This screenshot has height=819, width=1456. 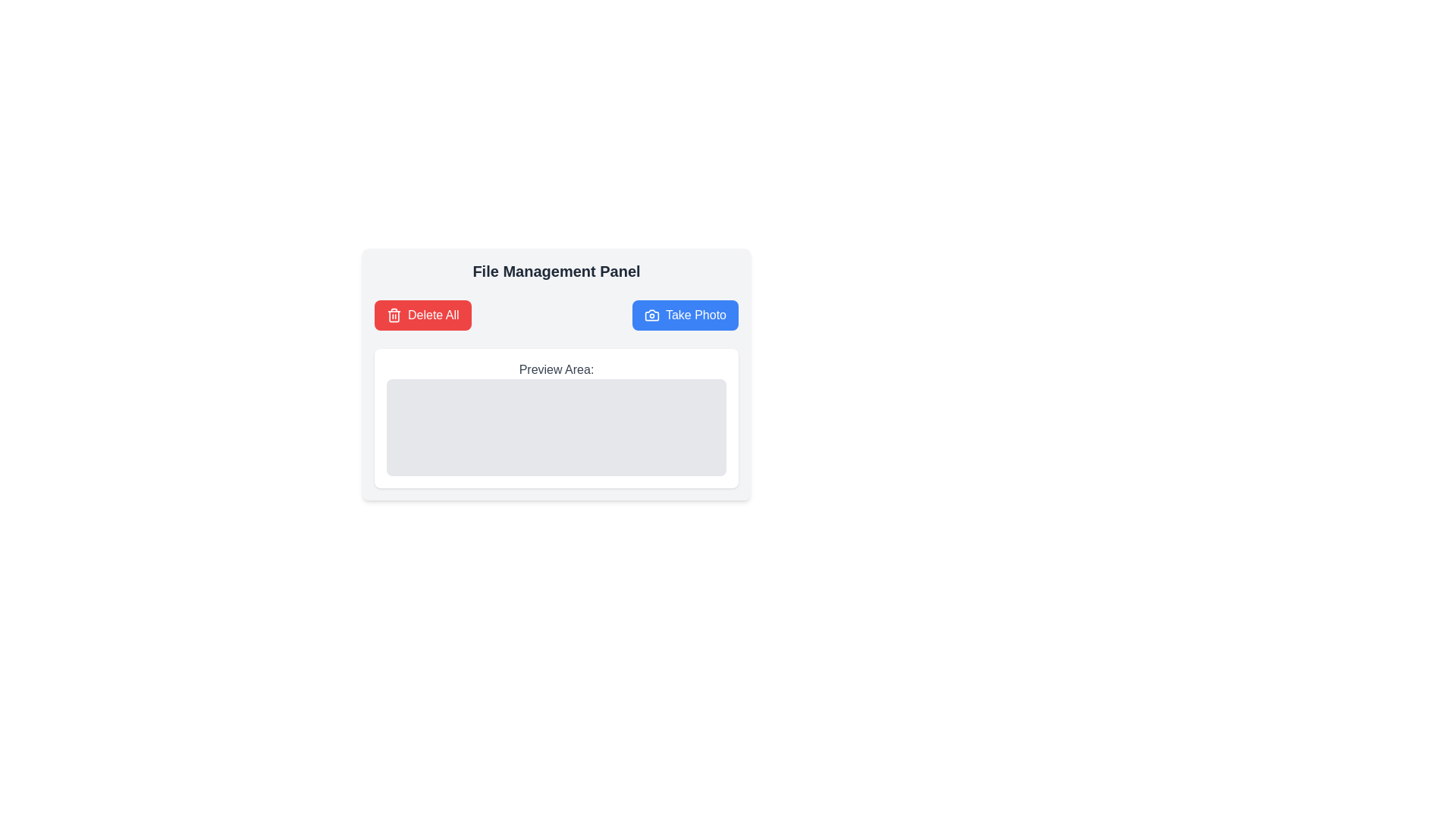 I want to click on the photo capture button located on the right-hand side of the 'File Management Panel', next to the 'Delete All' button, so click(x=684, y=315).